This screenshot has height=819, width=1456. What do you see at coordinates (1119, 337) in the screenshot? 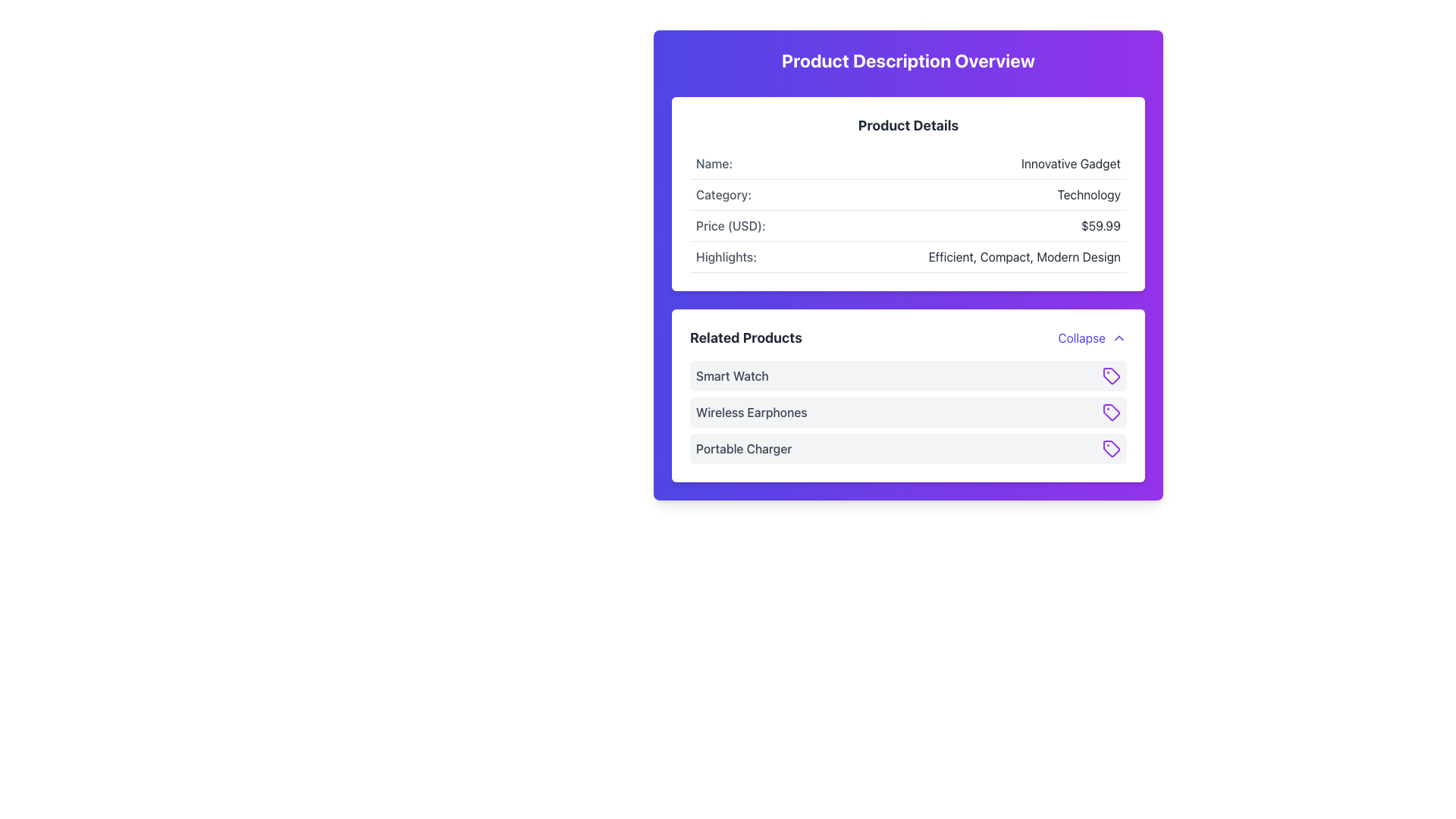
I see `the upward-pointing chevron icon located to the right of the 'Collapse' label in the top-right corner of the 'Related Products' section` at bounding box center [1119, 337].